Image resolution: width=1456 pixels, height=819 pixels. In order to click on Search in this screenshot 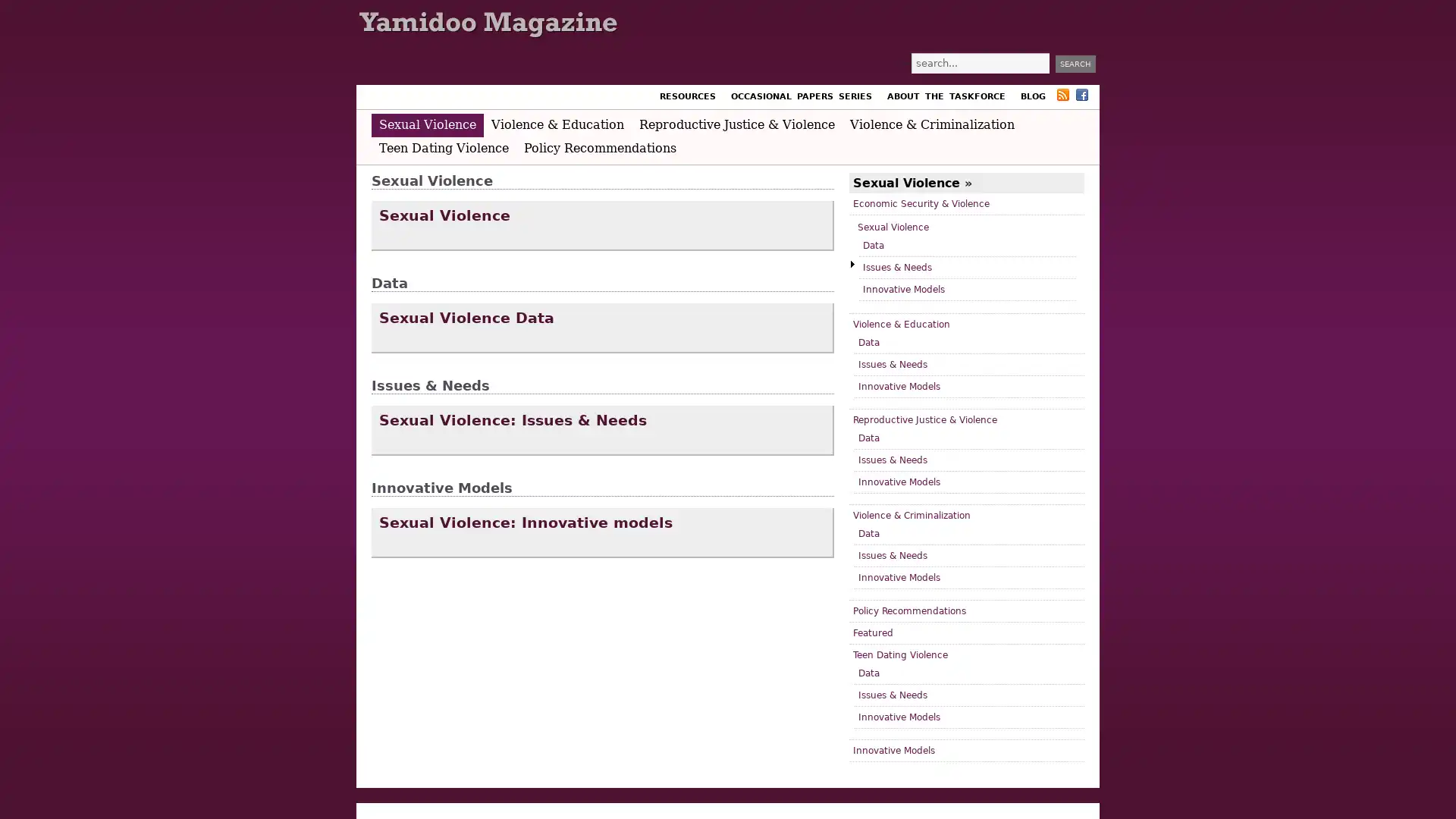, I will do `click(1075, 63)`.